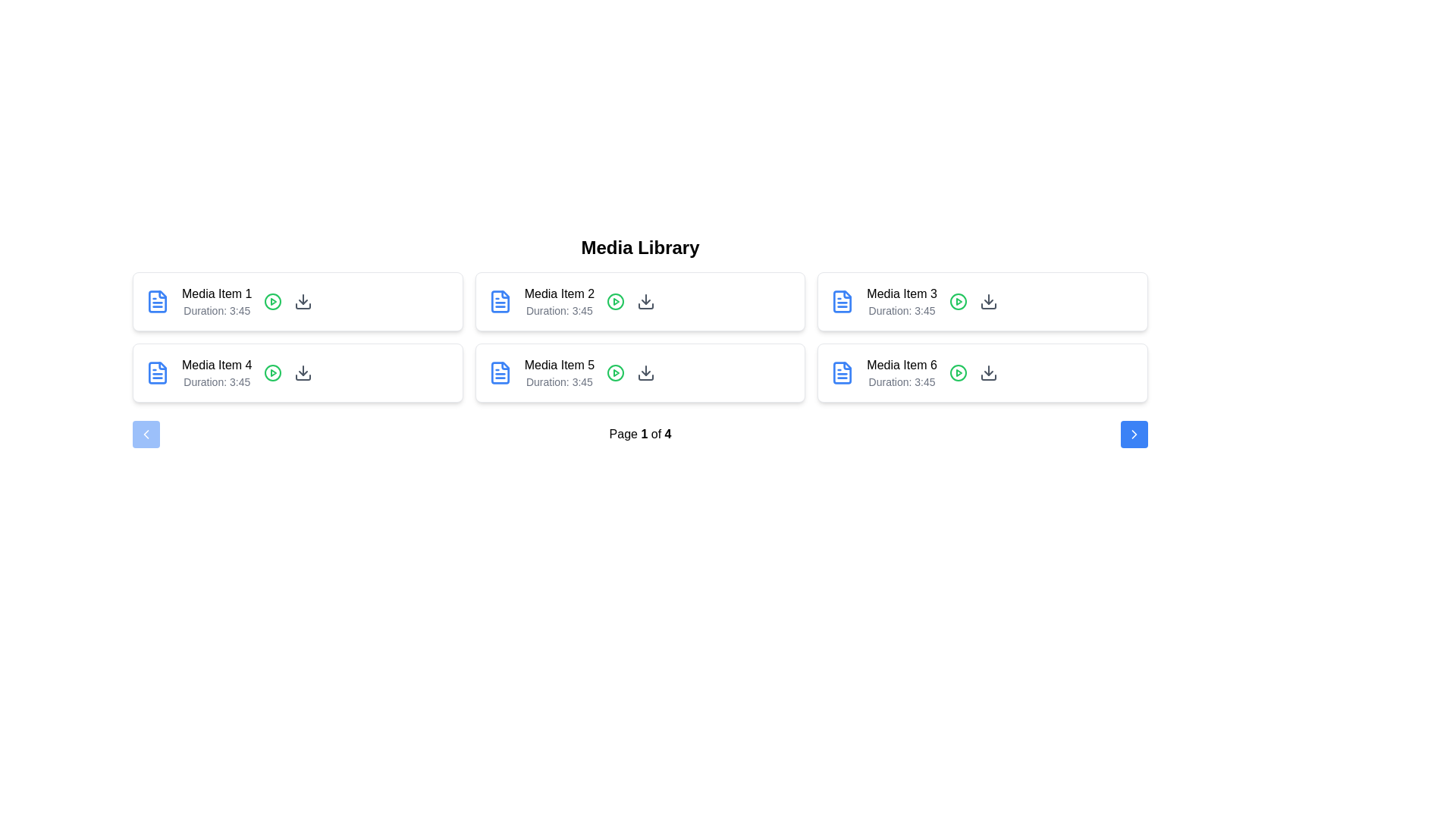  I want to click on the text block displaying the title and duration of the media item located in the second row, second column of the media item grid, so click(558, 373).